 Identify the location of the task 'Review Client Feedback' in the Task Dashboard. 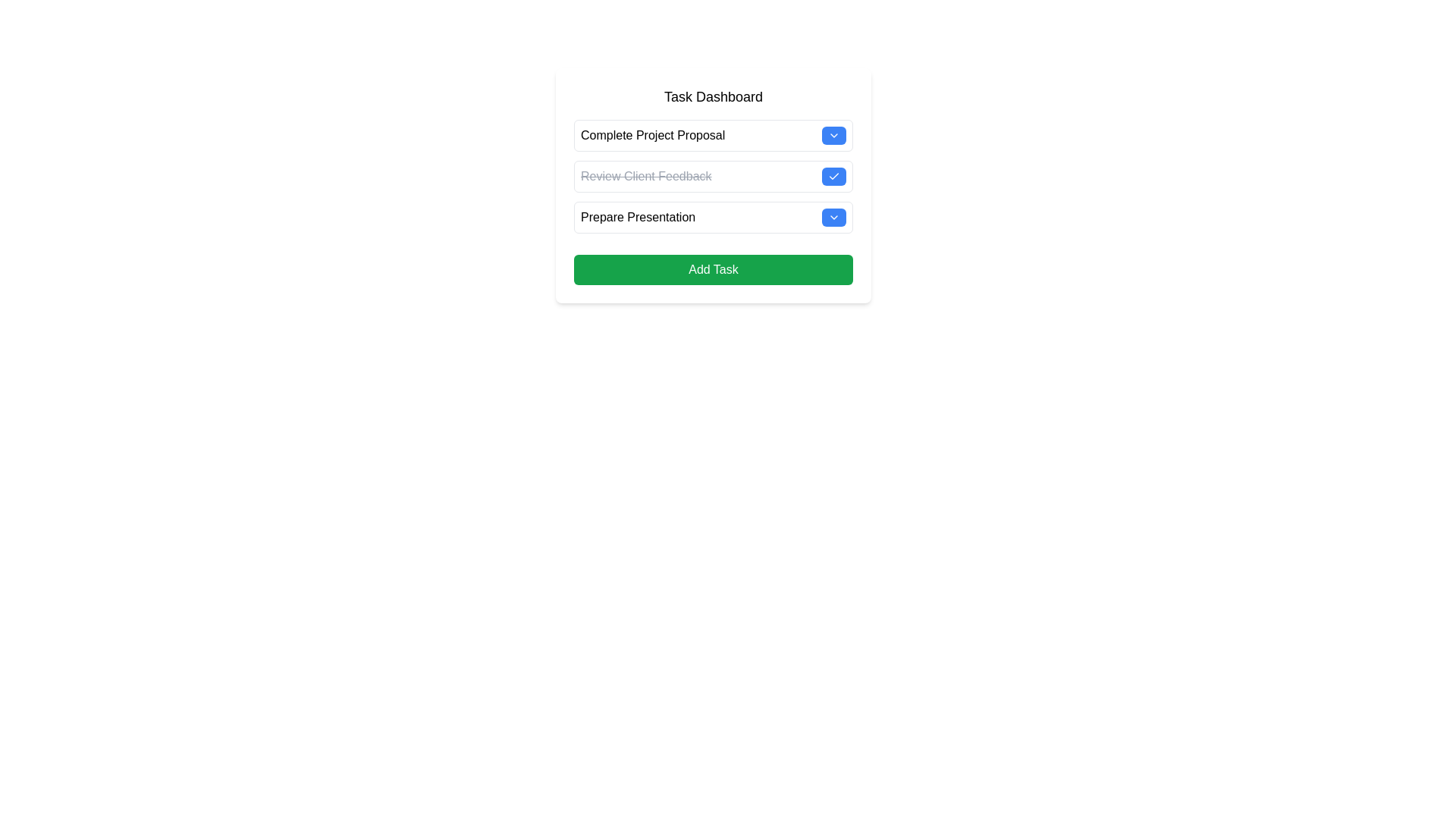
(712, 175).